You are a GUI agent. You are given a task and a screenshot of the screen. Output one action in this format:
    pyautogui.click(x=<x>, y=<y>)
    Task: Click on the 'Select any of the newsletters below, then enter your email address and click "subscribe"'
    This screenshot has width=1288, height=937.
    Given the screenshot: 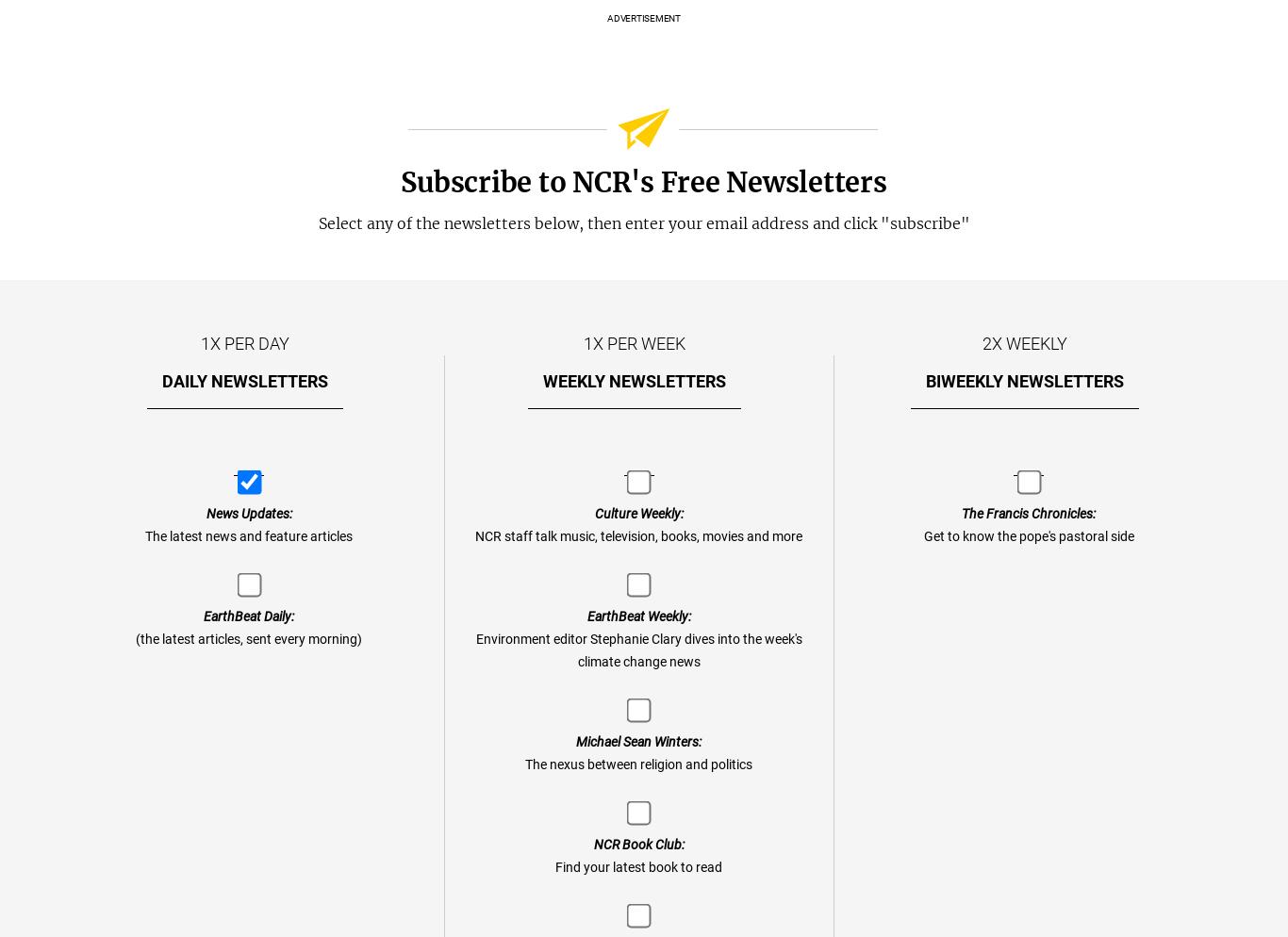 What is the action you would take?
    pyautogui.click(x=642, y=222)
    